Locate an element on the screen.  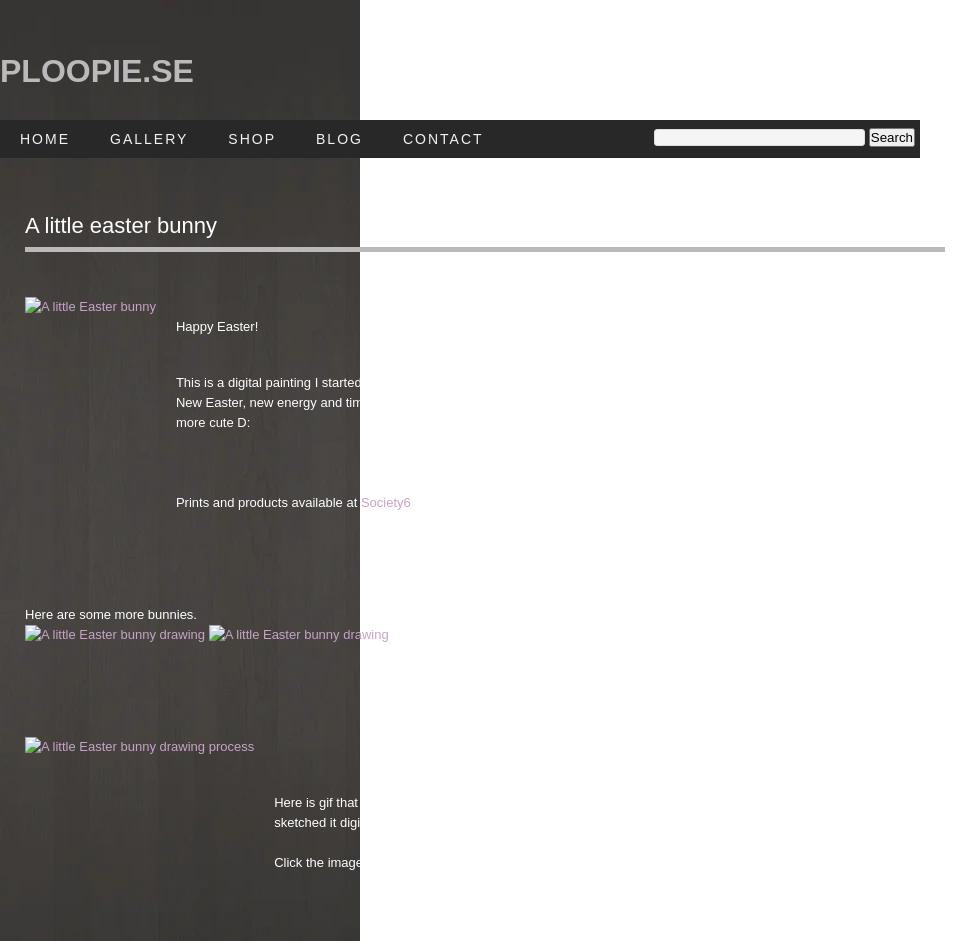
'Blog' is located at coordinates (339, 137).